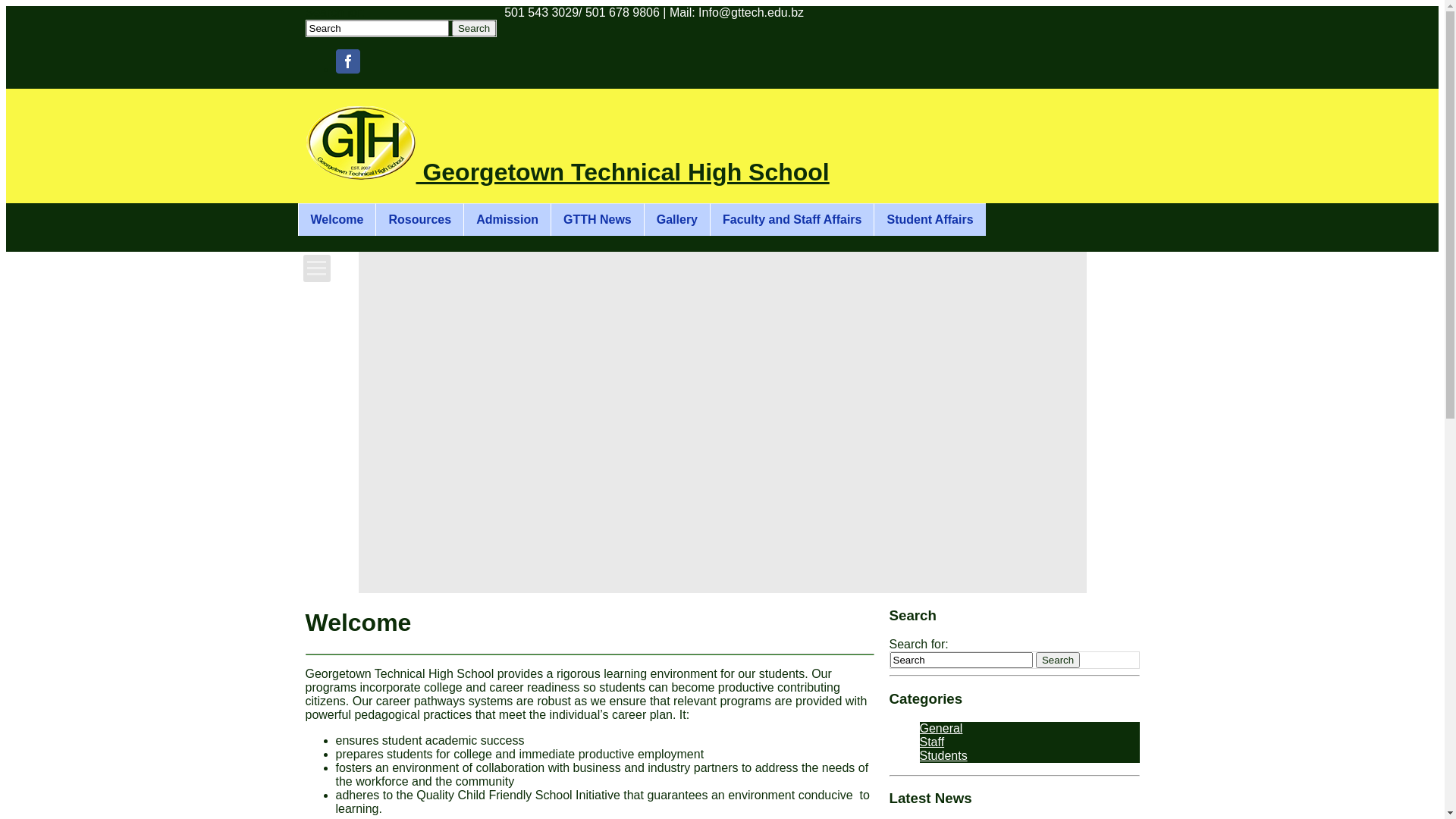 This screenshot has height=819, width=1456. What do you see at coordinates (709, 219) in the screenshot?
I see `'Faculty and Staff Affairs'` at bounding box center [709, 219].